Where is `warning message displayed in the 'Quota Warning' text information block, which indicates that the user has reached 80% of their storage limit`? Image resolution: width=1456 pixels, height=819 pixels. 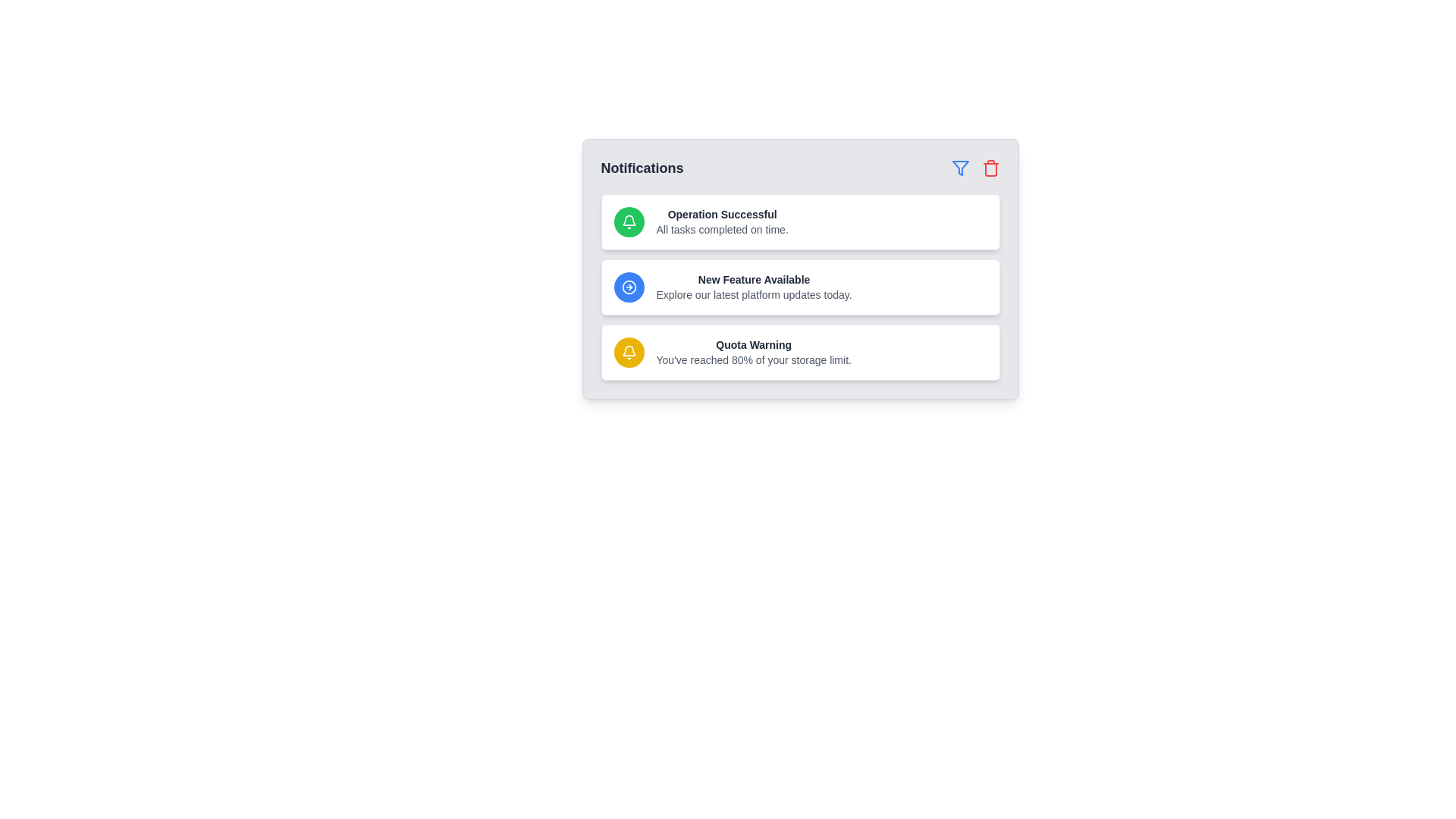 warning message displayed in the 'Quota Warning' text information block, which indicates that the user has reached 80% of their storage limit is located at coordinates (754, 353).